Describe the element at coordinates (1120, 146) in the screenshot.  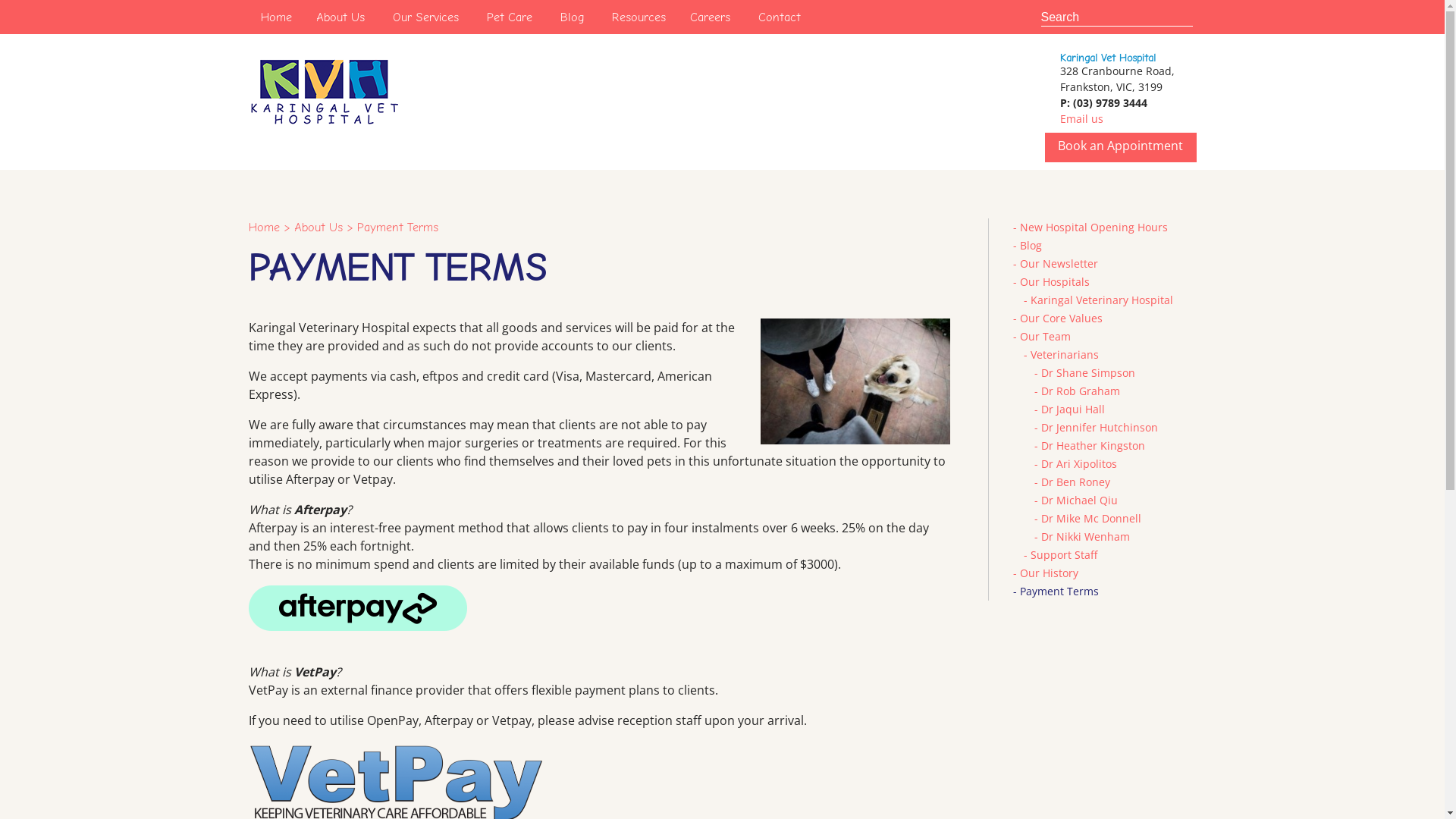
I see `'Book an Appointment'` at that location.